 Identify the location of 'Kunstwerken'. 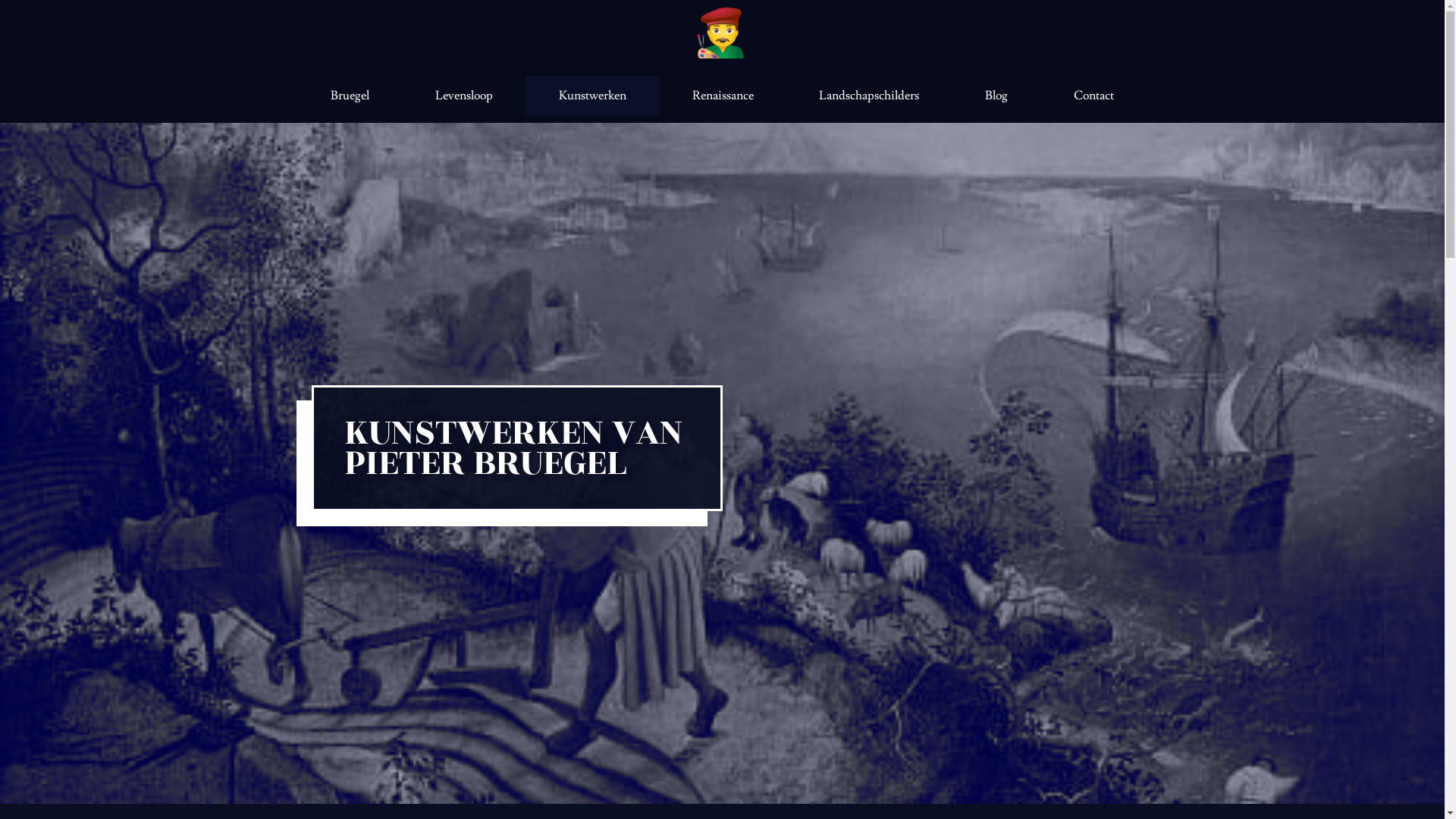
(525, 96).